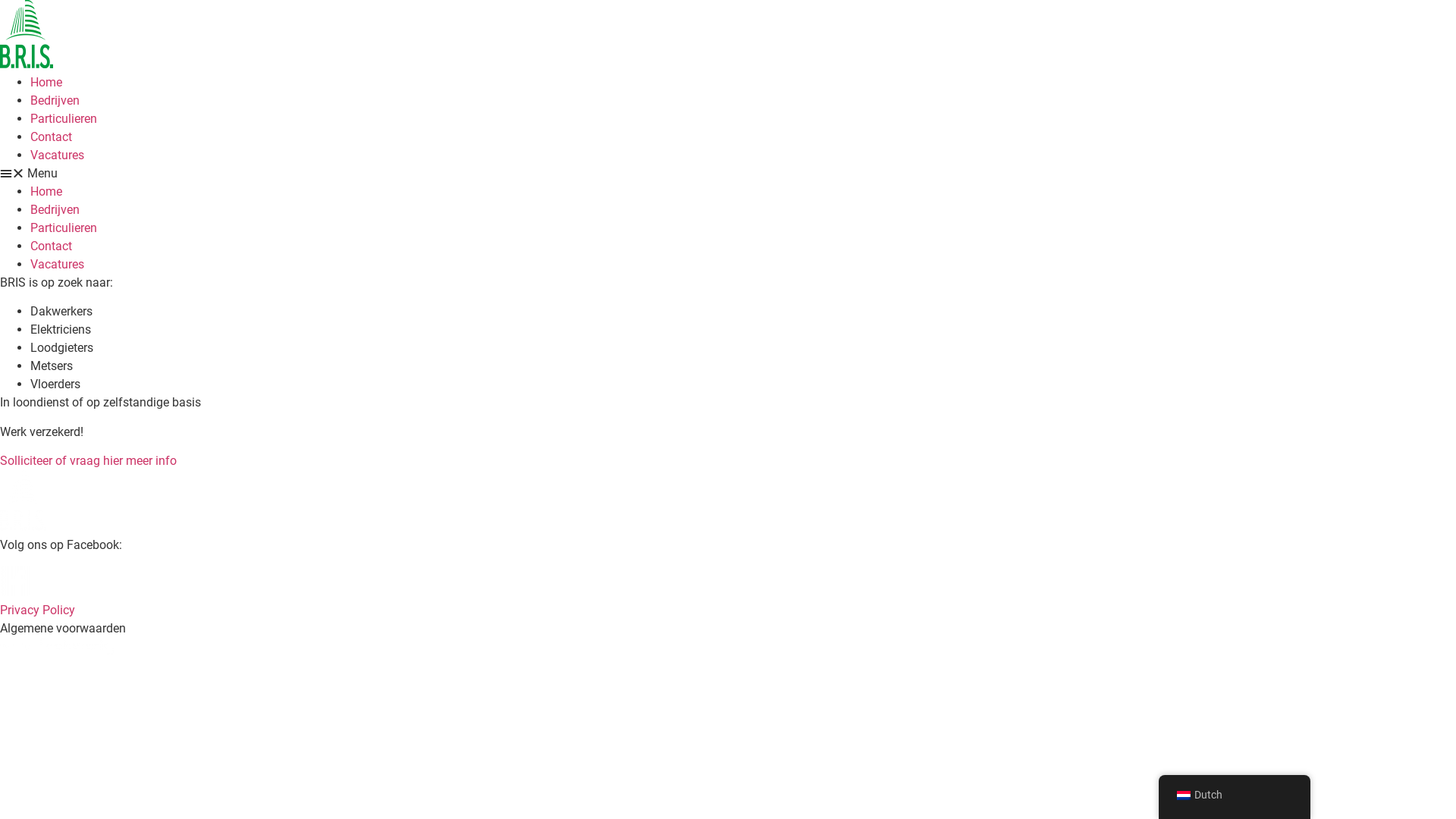 This screenshot has width=1456, height=819. I want to click on 'Contact', so click(51, 245).